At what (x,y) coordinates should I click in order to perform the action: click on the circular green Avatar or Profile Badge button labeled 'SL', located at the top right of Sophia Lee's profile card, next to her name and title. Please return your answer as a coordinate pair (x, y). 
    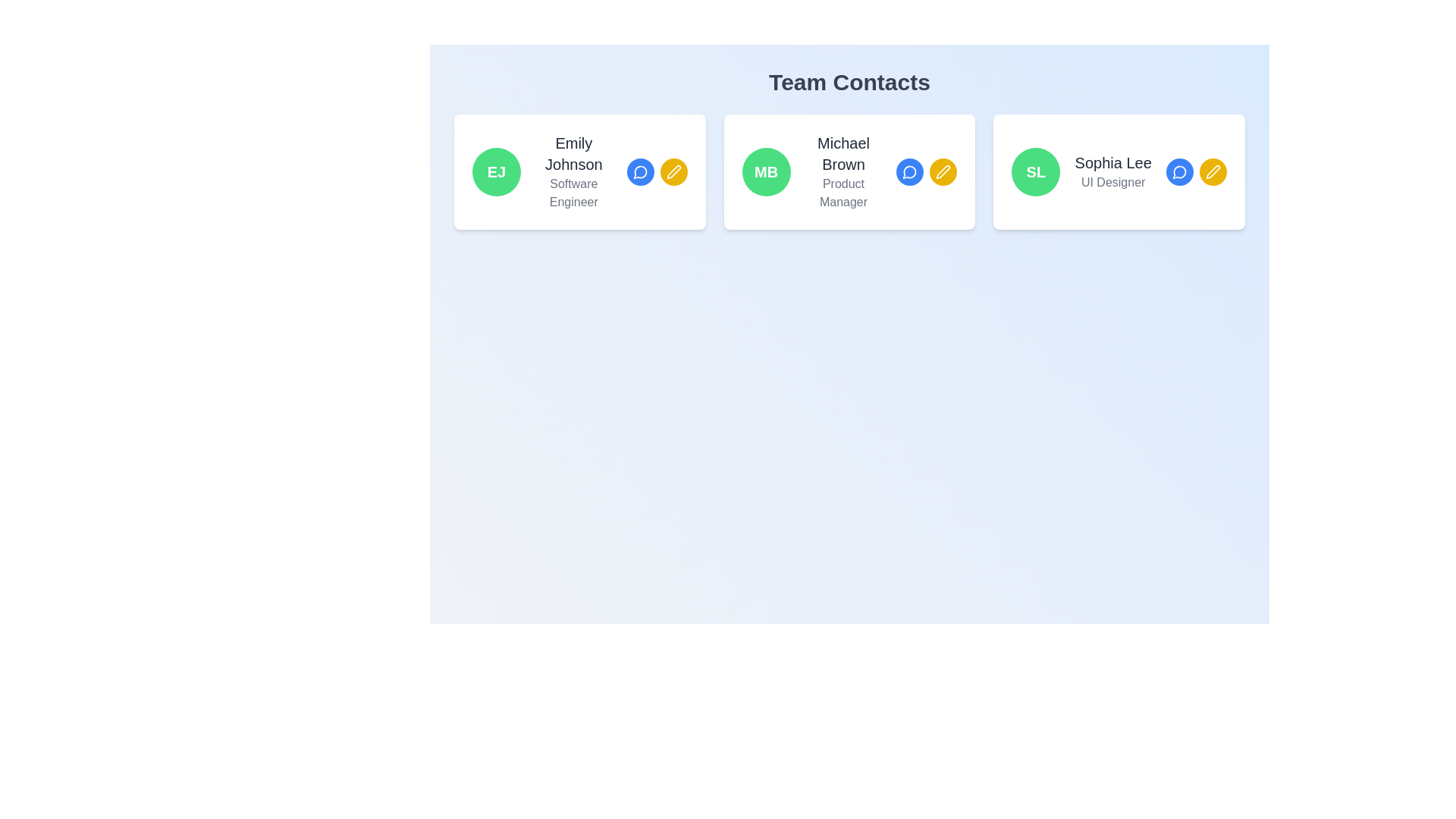
    Looking at the image, I should click on (1035, 171).